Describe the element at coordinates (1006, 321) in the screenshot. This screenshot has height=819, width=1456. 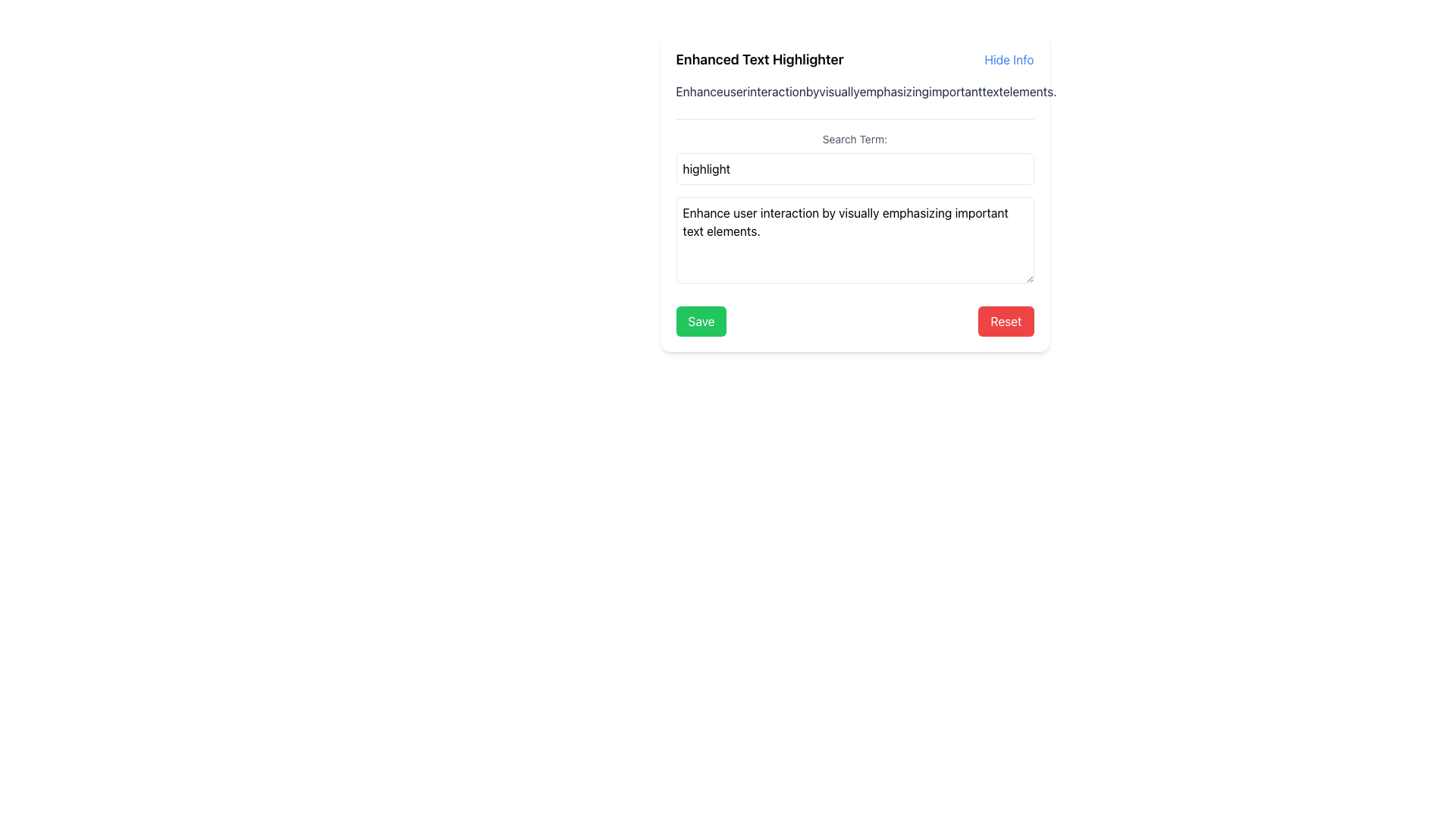
I see `the red 'Reset' button located at the bottom right of the panel` at that location.